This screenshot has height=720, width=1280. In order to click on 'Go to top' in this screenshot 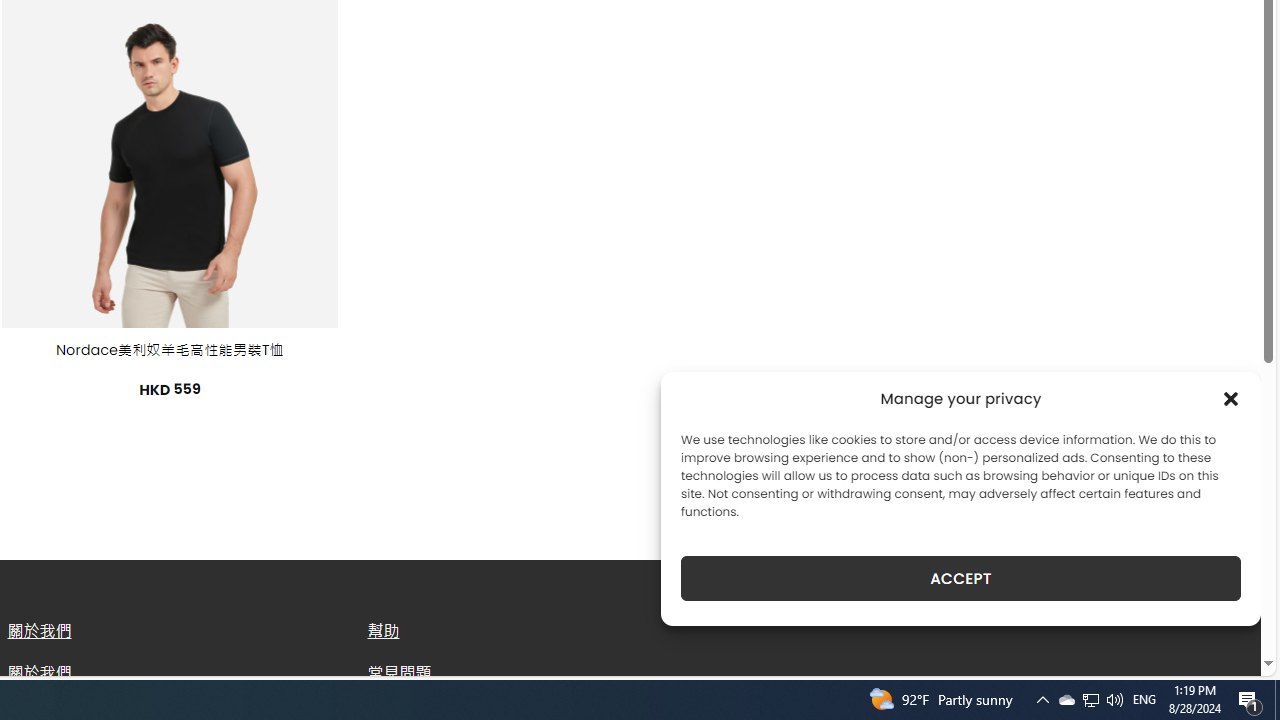, I will do `click(1219, 648)`.